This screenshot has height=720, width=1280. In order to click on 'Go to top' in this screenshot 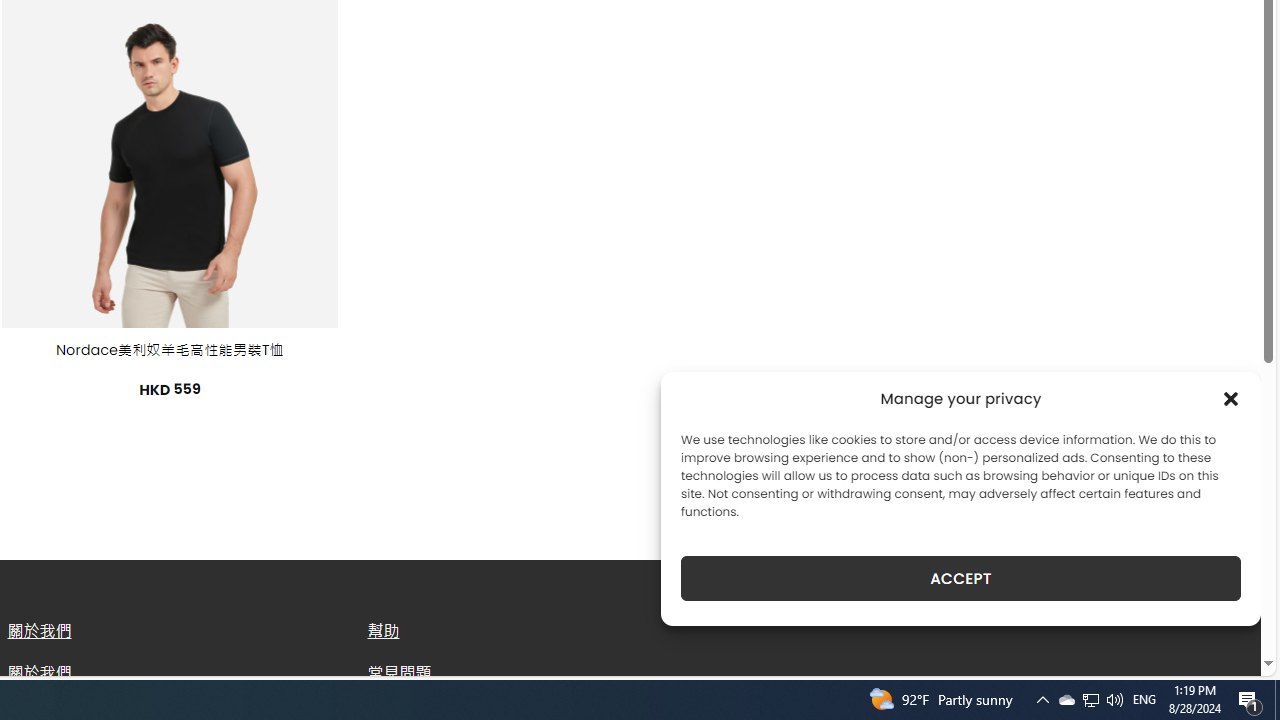, I will do `click(1219, 648)`.